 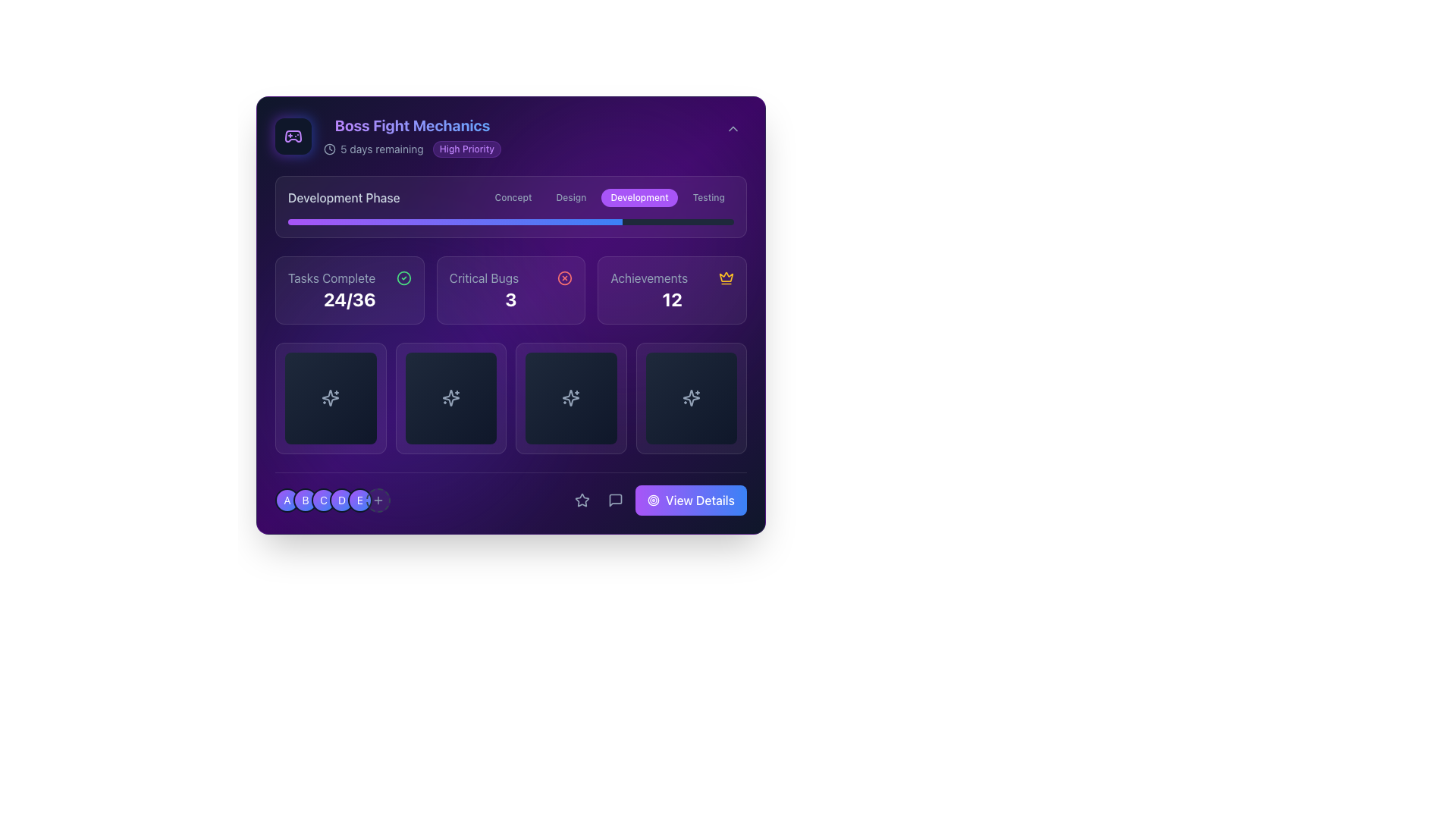 What do you see at coordinates (708, 197) in the screenshot?
I see `the rounded button labeled 'Testing' located in the top-right section of the interface` at bounding box center [708, 197].